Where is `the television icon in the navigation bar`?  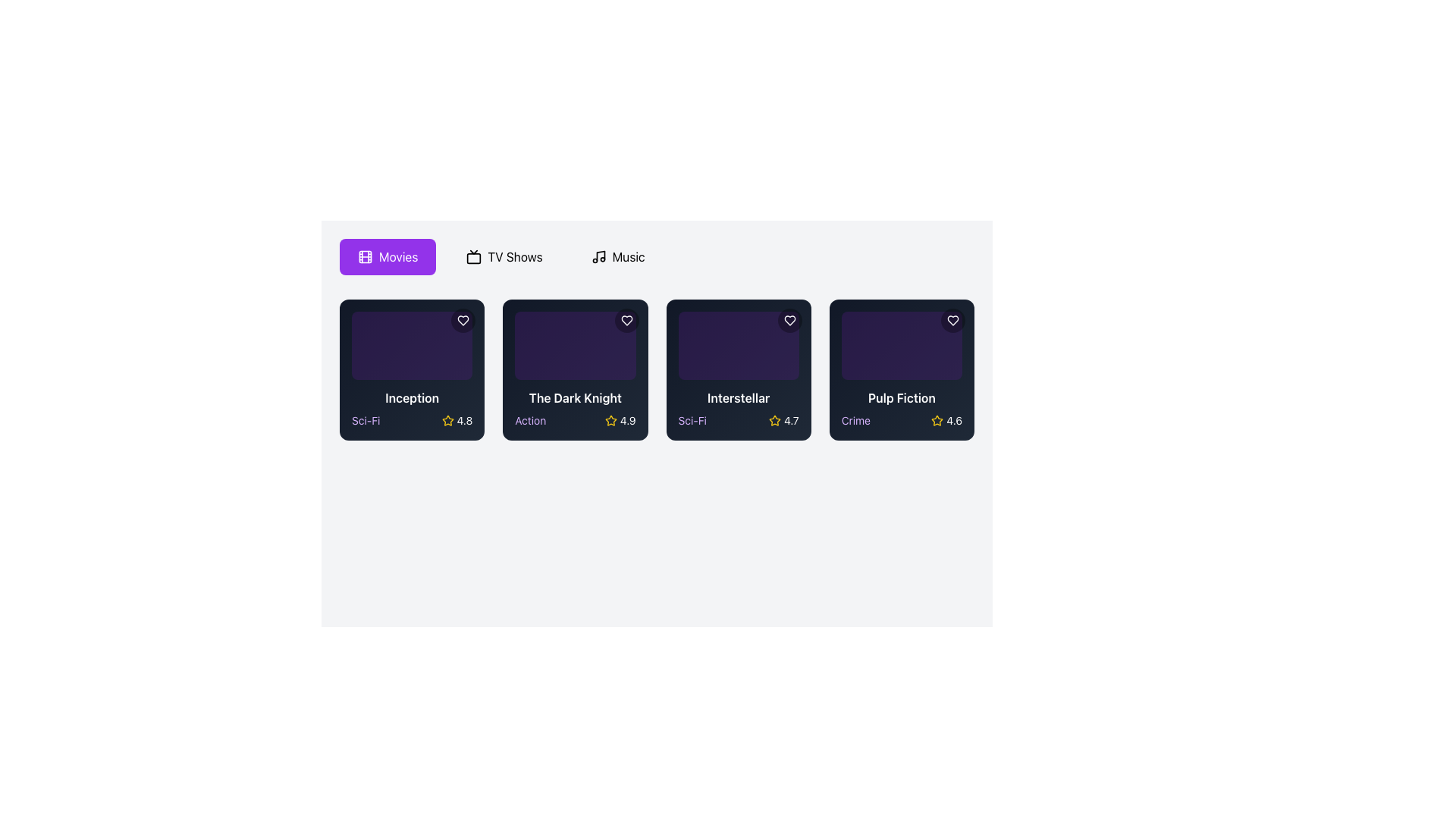 the television icon in the navigation bar is located at coordinates (473, 258).